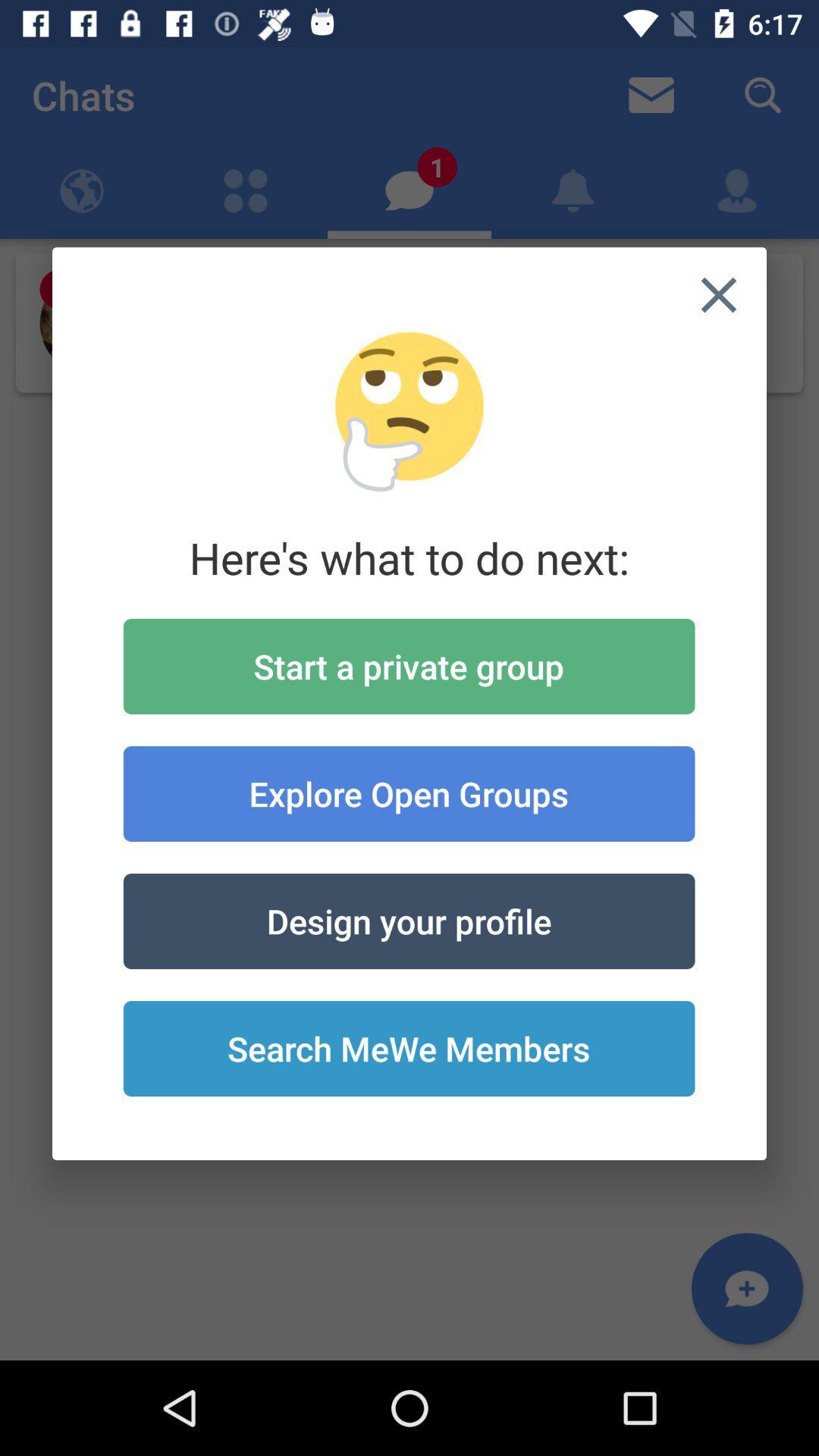 The width and height of the screenshot is (819, 1456). Describe the element at coordinates (408, 666) in the screenshot. I see `start a private item` at that location.